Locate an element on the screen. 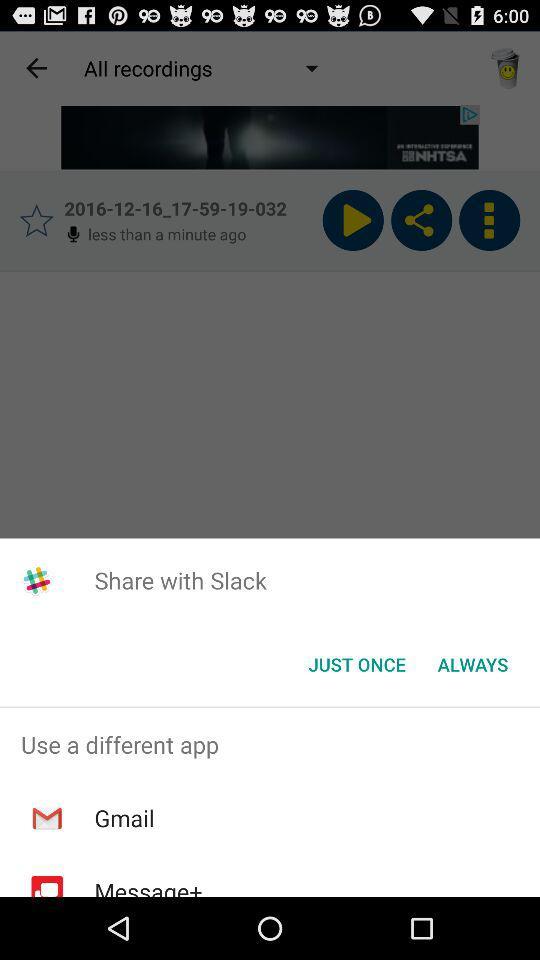 Image resolution: width=540 pixels, height=960 pixels. the always is located at coordinates (472, 664).